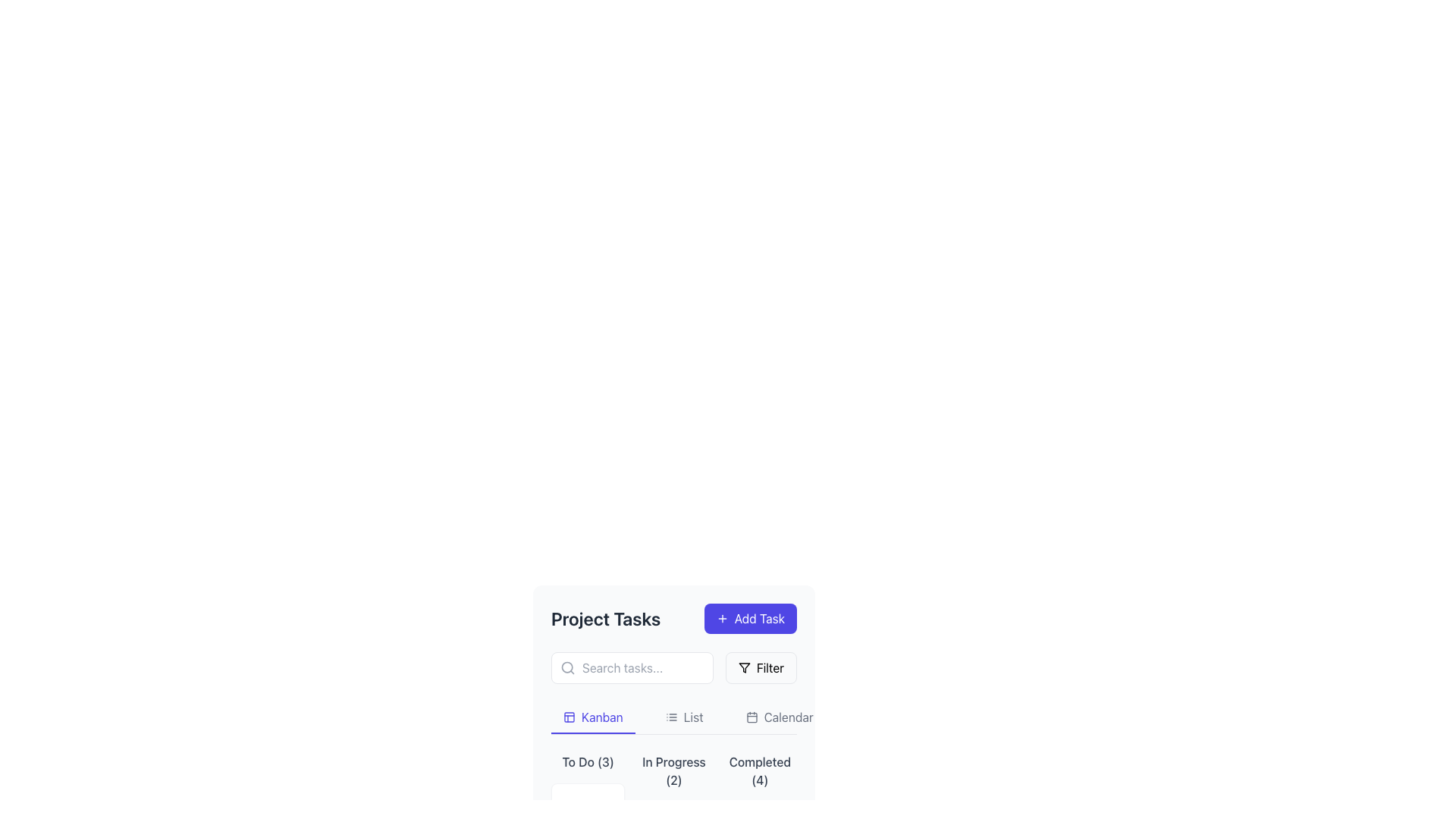 Image resolution: width=1456 pixels, height=819 pixels. Describe the element at coordinates (761, 667) in the screenshot. I see `the 'Filter' button, which is a rectangular button with rounded corners and an icon resembling a funnel, located towards the upper-right section of the layout` at that location.